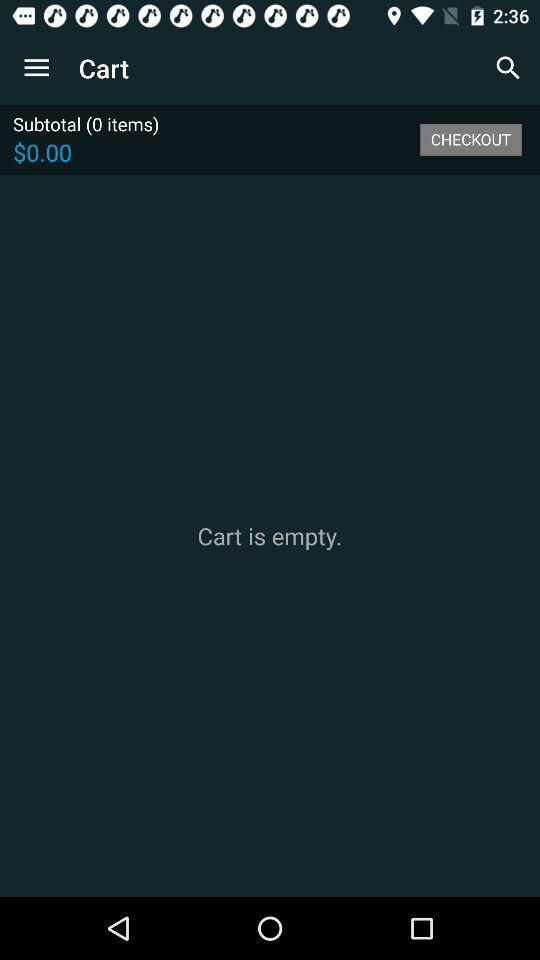  I want to click on checkout icon, so click(470, 138).